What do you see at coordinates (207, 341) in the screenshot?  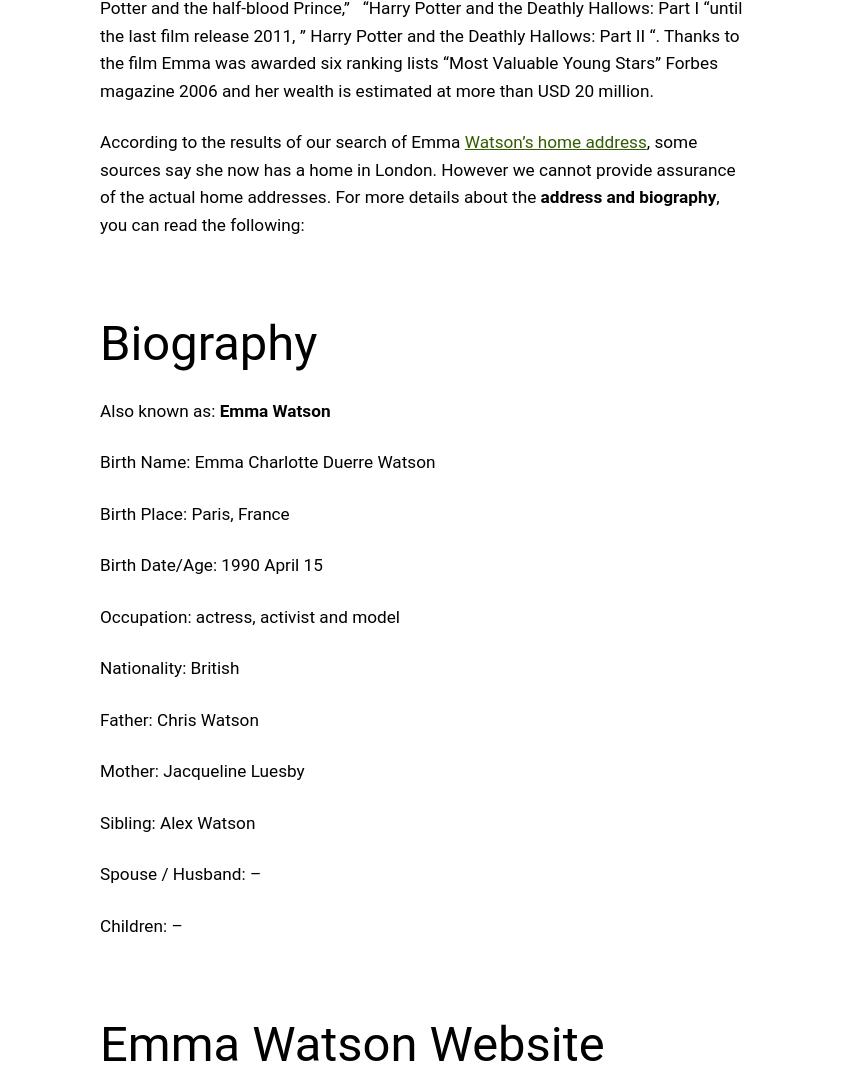 I see `'Biography'` at bounding box center [207, 341].